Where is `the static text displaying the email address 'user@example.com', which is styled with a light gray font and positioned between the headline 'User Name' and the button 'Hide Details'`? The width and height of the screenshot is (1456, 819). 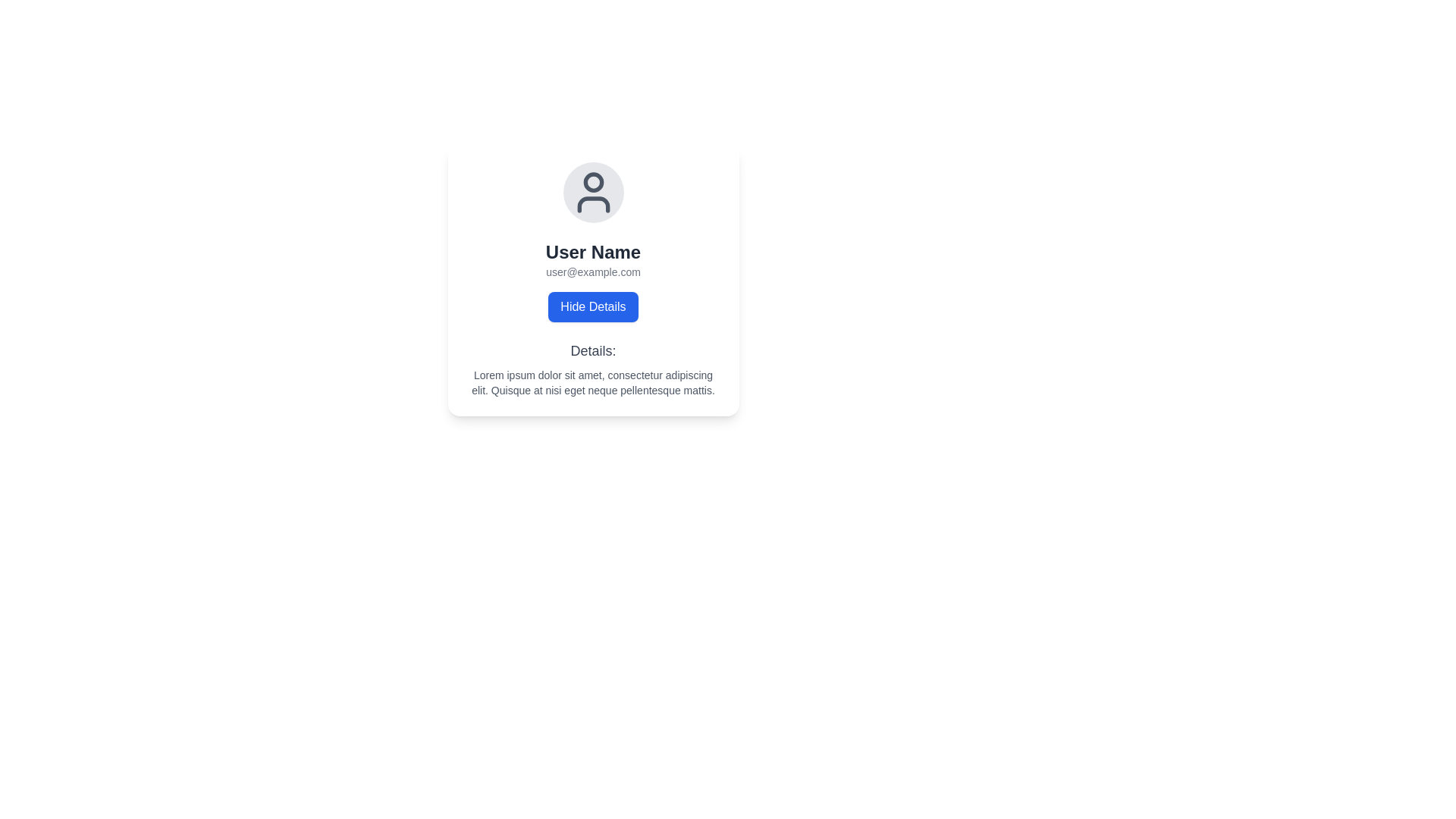
the static text displaying the email address 'user@example.com', which is styled with a light gray font and positioned between the headline 'User Name' and the button 'Hide Details' is located at coordinates (592, 271).